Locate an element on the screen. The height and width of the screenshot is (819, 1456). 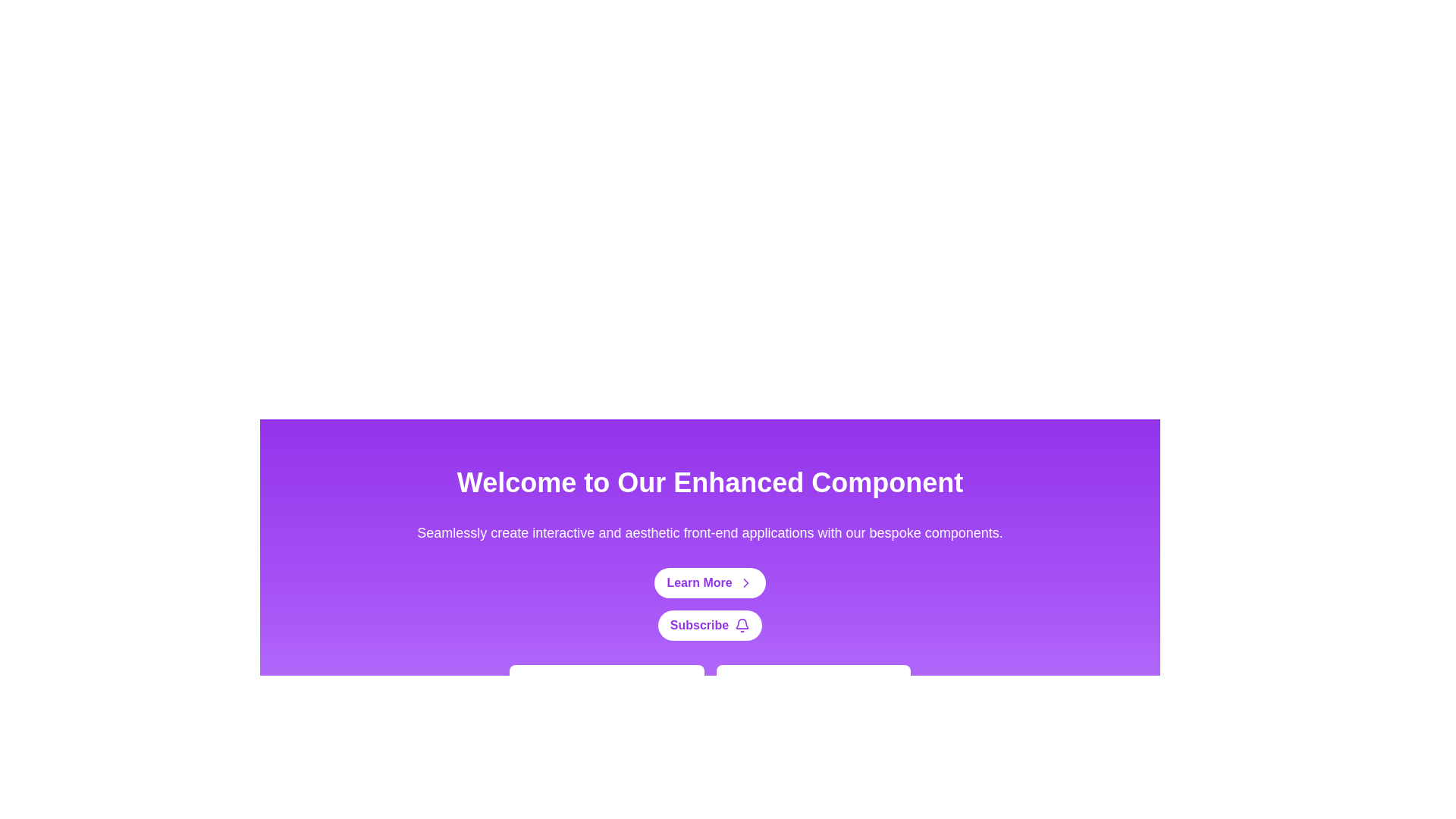
the text display element that reads 'Seamlessly create interactive and aesthetic front-end applications with our bespoke components.', which is styled with center alignment and a larger font size, located below the header 'Welcome to Our Enhanced Component' is located at coordinates (709, 532).